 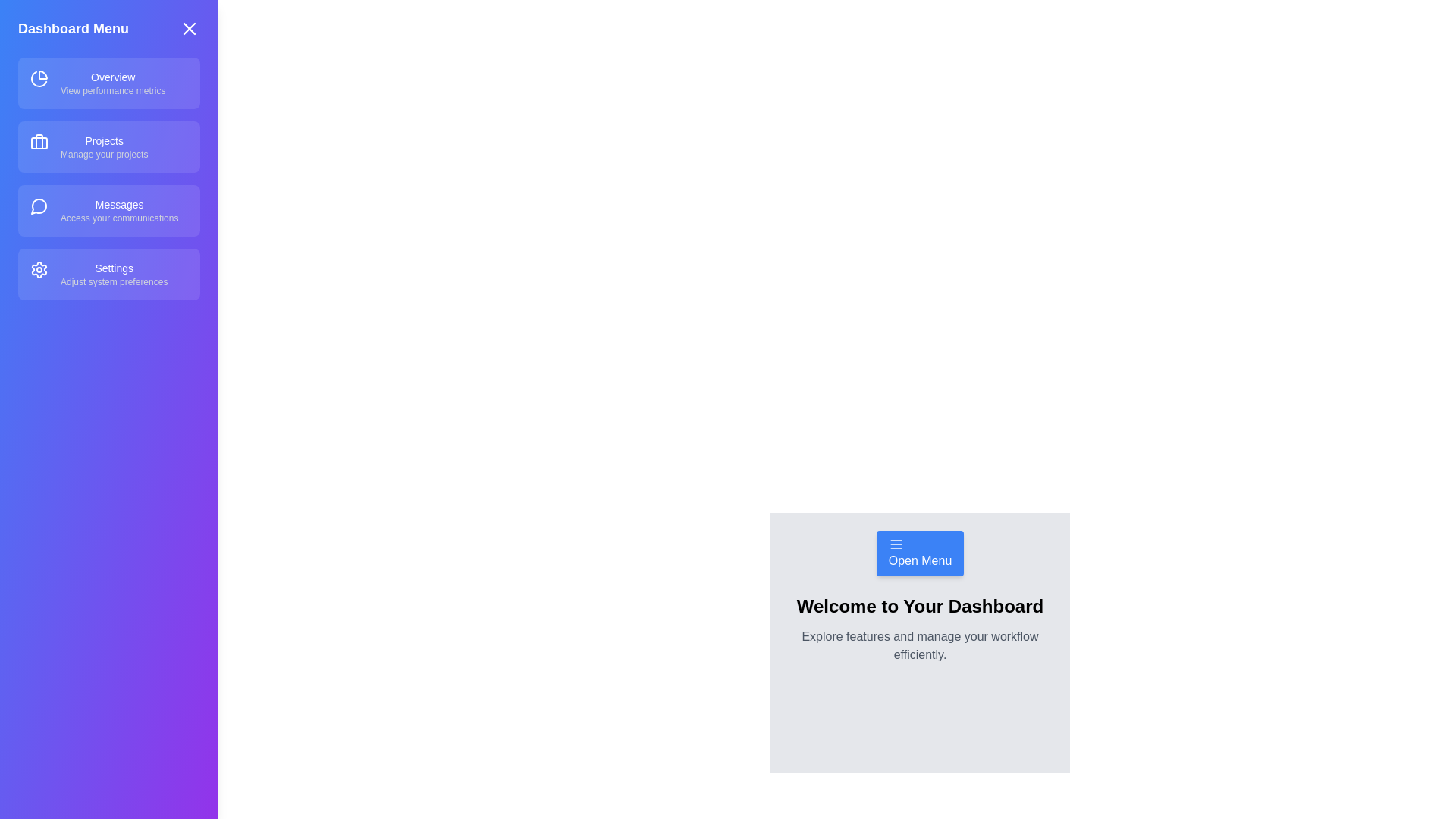 I want to click on the menu item Projects to observe visual feedback, so click(x=108, y=146).